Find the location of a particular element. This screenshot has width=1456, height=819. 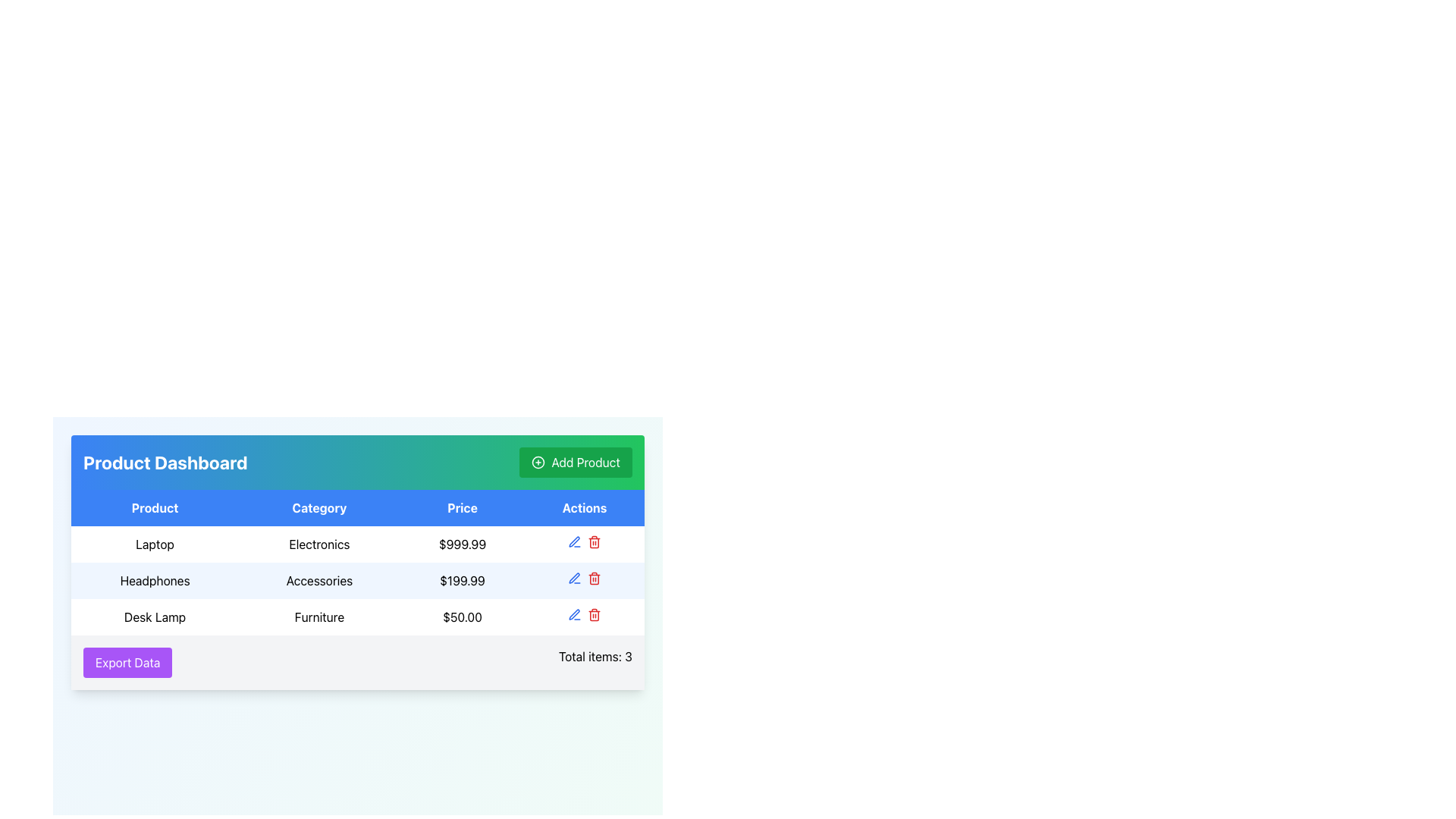

the third row in the 'Product Dashboard' table that displays 'Desk Lamp', 'Furniture', and the price '$50.00' is located at coordinates (356, 617).